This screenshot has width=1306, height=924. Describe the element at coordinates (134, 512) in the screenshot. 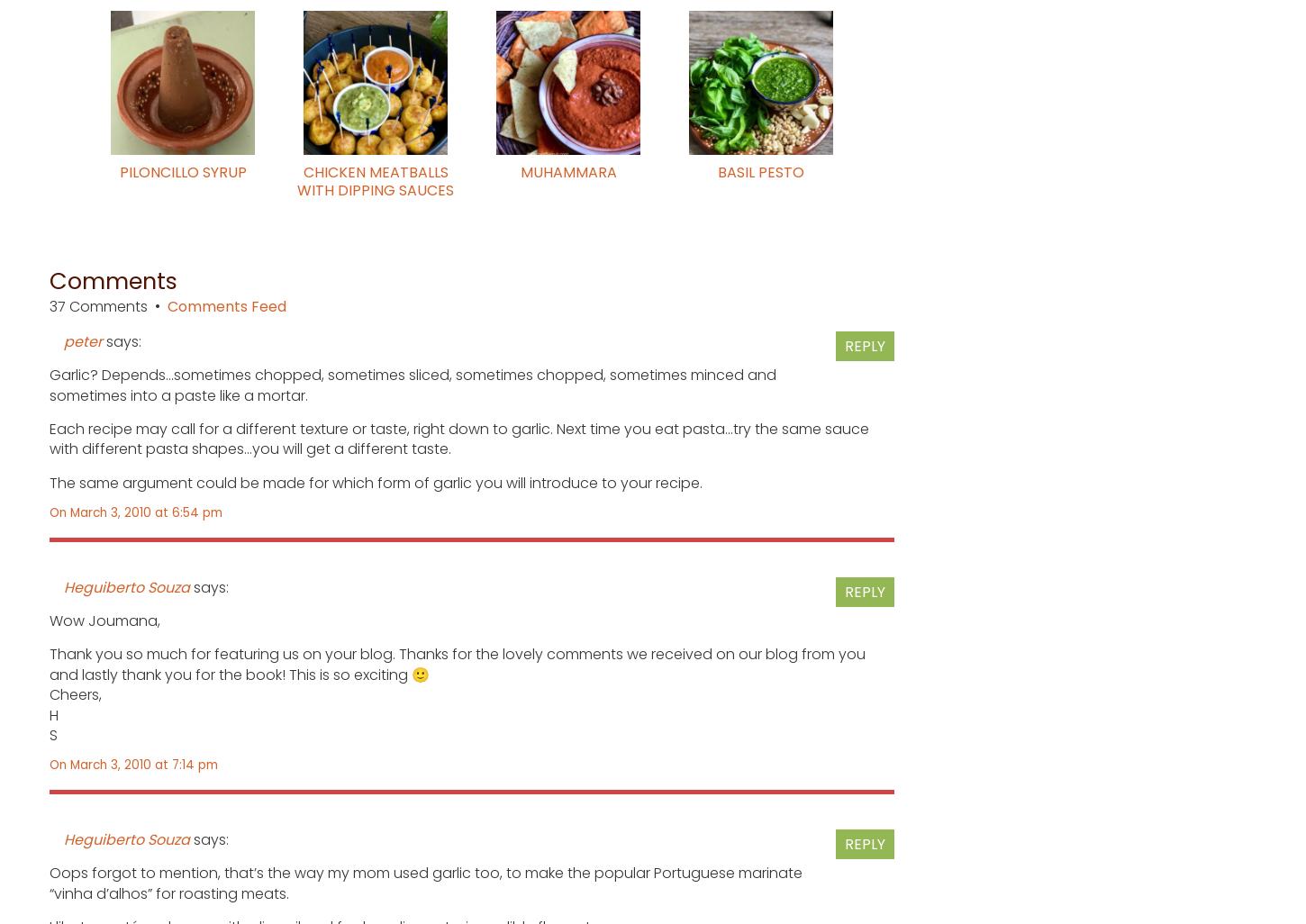

I see `'On March 3, 2010 at 6:54 pm'` at that location.